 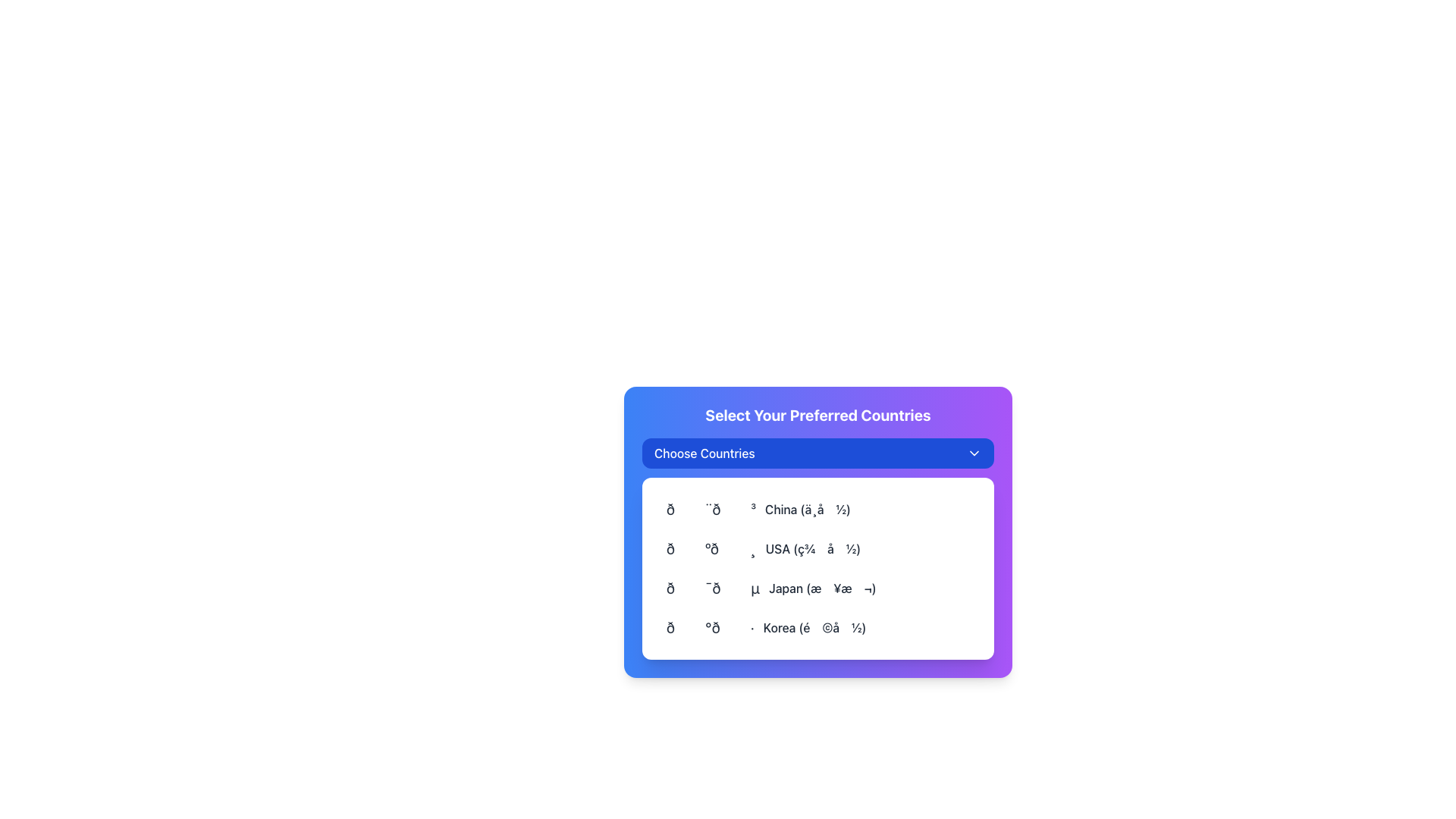 I want to click on the visual identifier image for the country 'China' located in the dropdown list under the 'Choose Countries' button, which is the first entry in the list, preceding the text label 'China (中国)', so click(x=710, y=509).